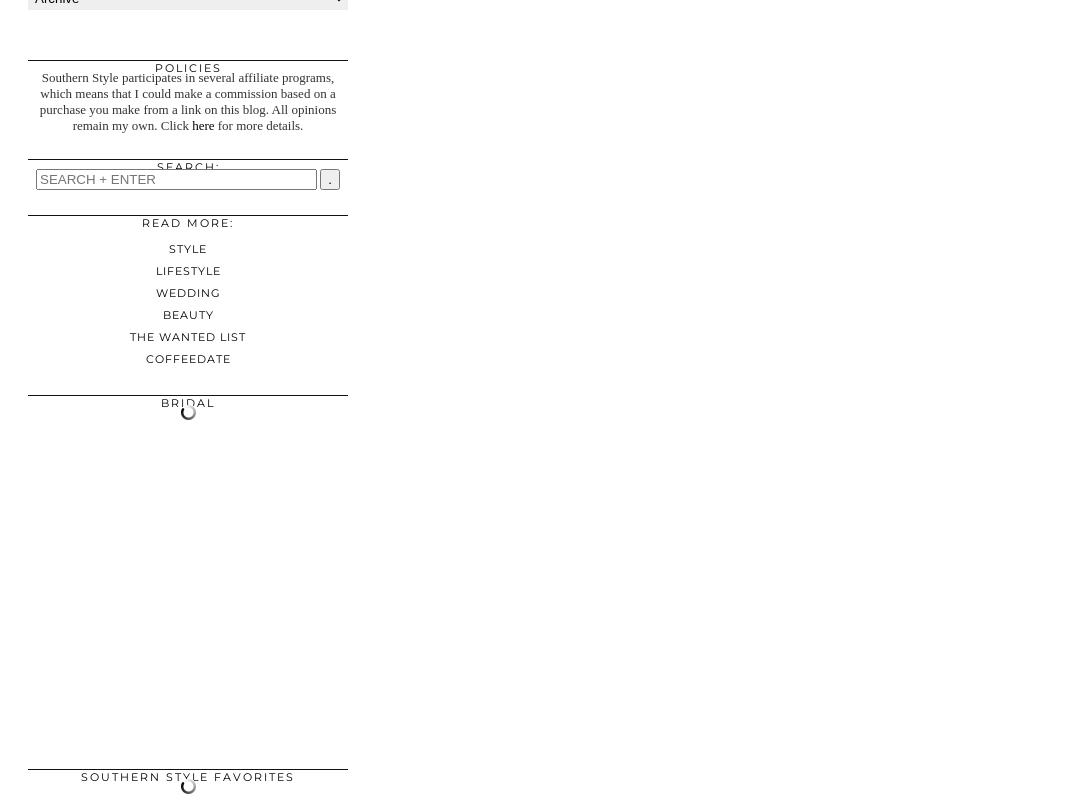 Image resolution: width=1088 pixels, height=811 pixels. Describe the element at coordinates (186, 166) in the screenshot. I see `'Search:'` at that location.